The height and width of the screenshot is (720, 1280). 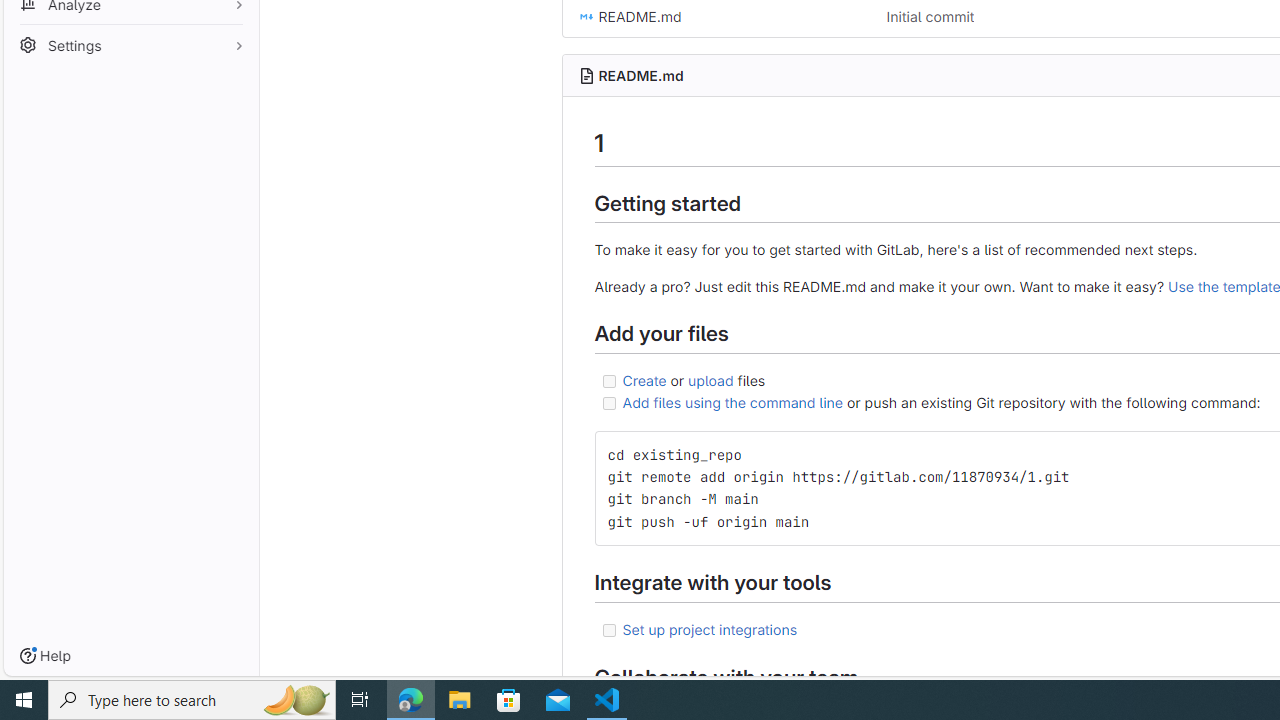 What do you see at coordinates (731, 402) in the screenshot?
I see `'Add files using the command line'` at bounding box center [731, 402].